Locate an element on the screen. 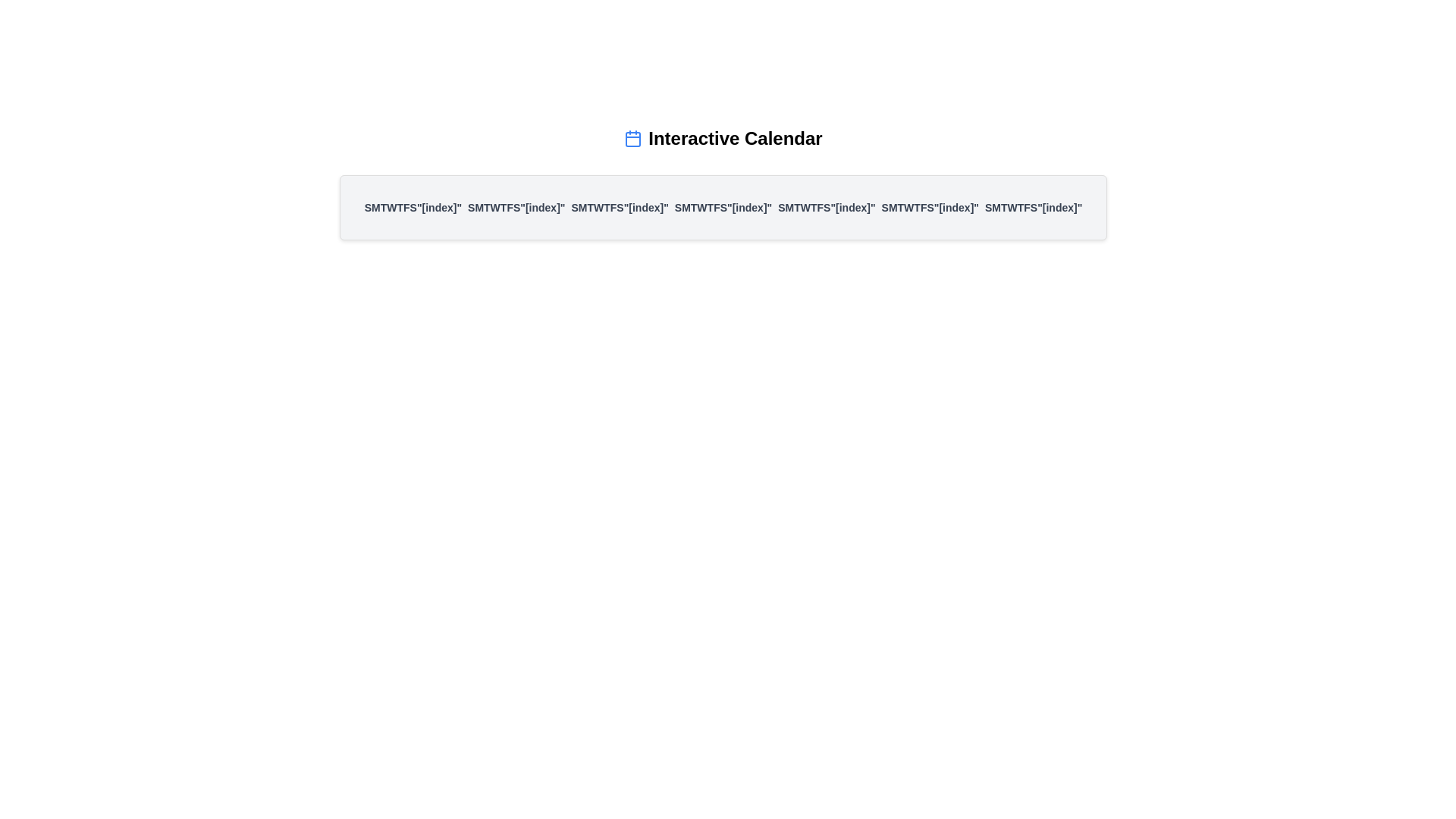  the third Text Label element, which displays 'SMTWTFS' in bold gray text, centrally aligned within a grid layout is located at coordinates (620, 207).